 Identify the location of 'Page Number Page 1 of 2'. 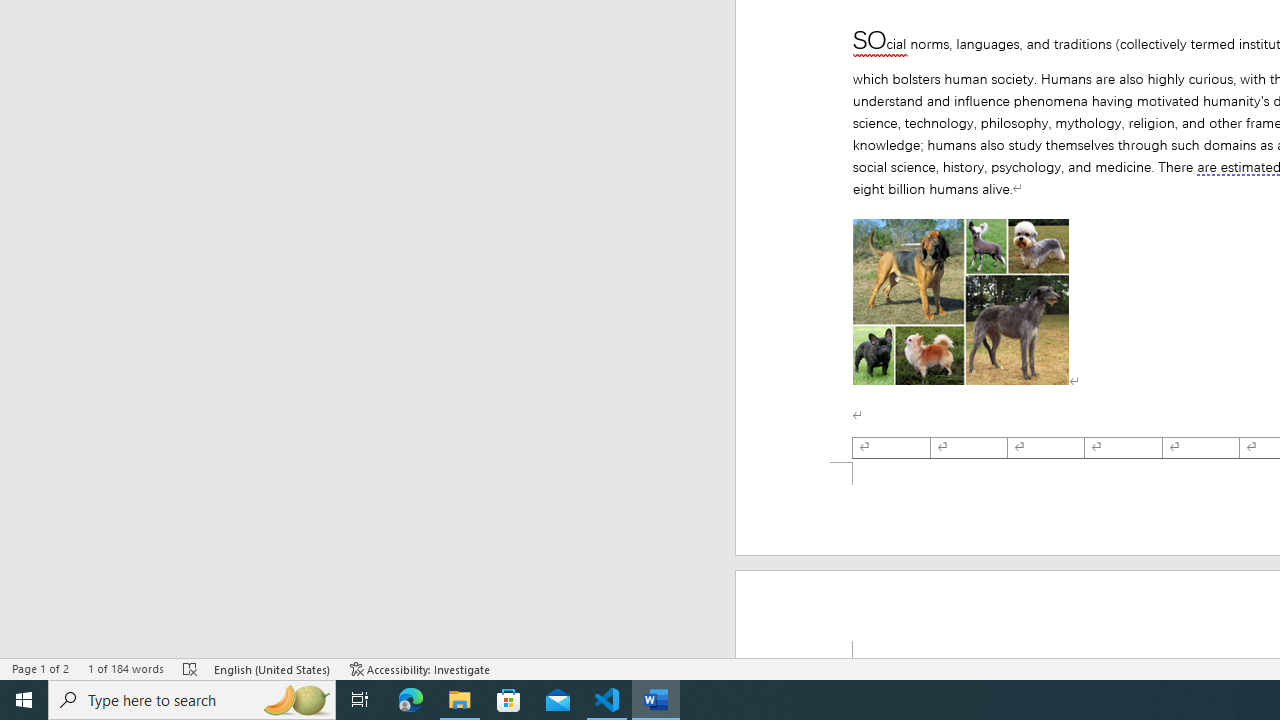
(40, 669).